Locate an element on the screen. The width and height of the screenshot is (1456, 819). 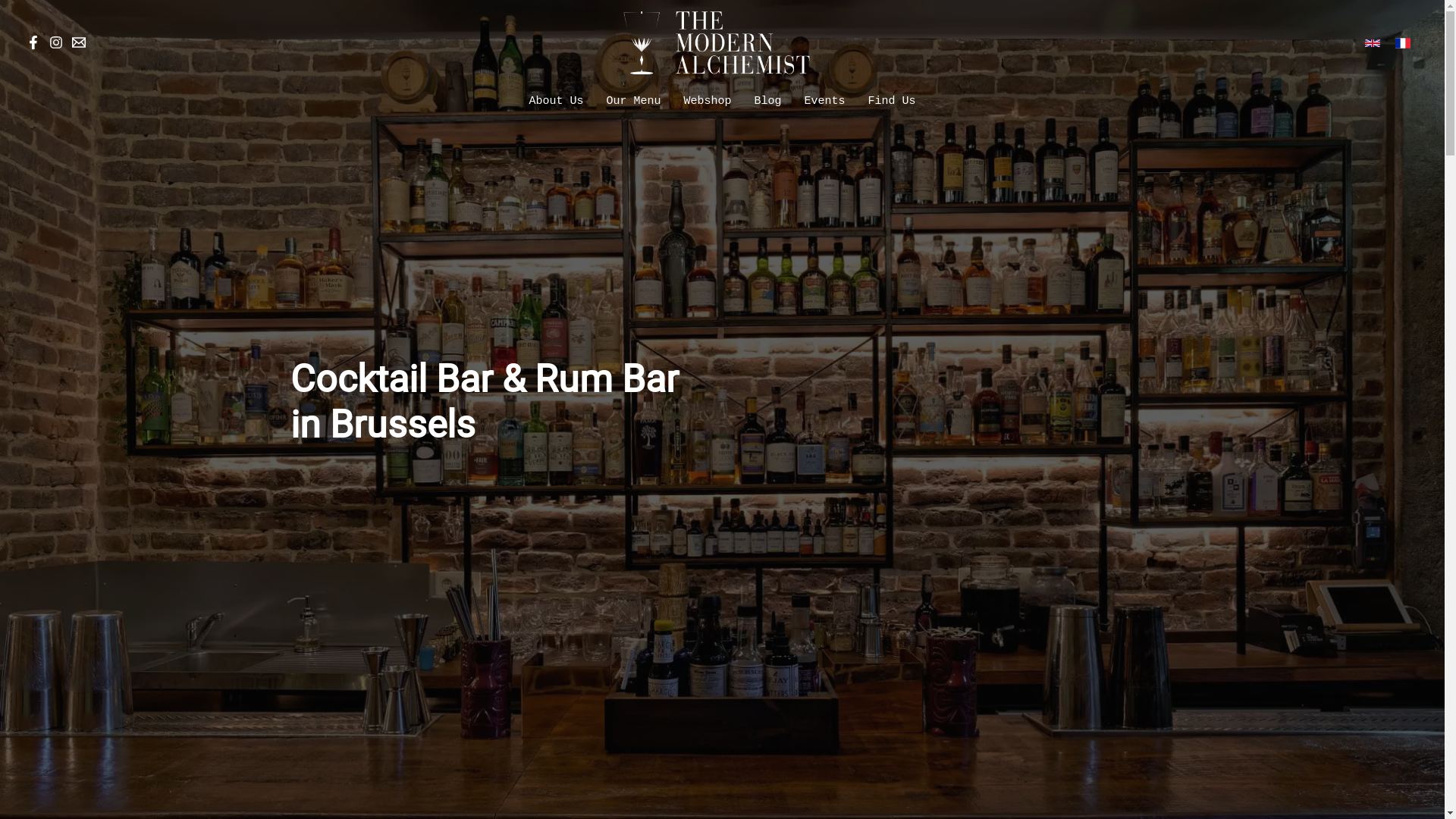
'Find Us' is located at coordinates (856, 101).